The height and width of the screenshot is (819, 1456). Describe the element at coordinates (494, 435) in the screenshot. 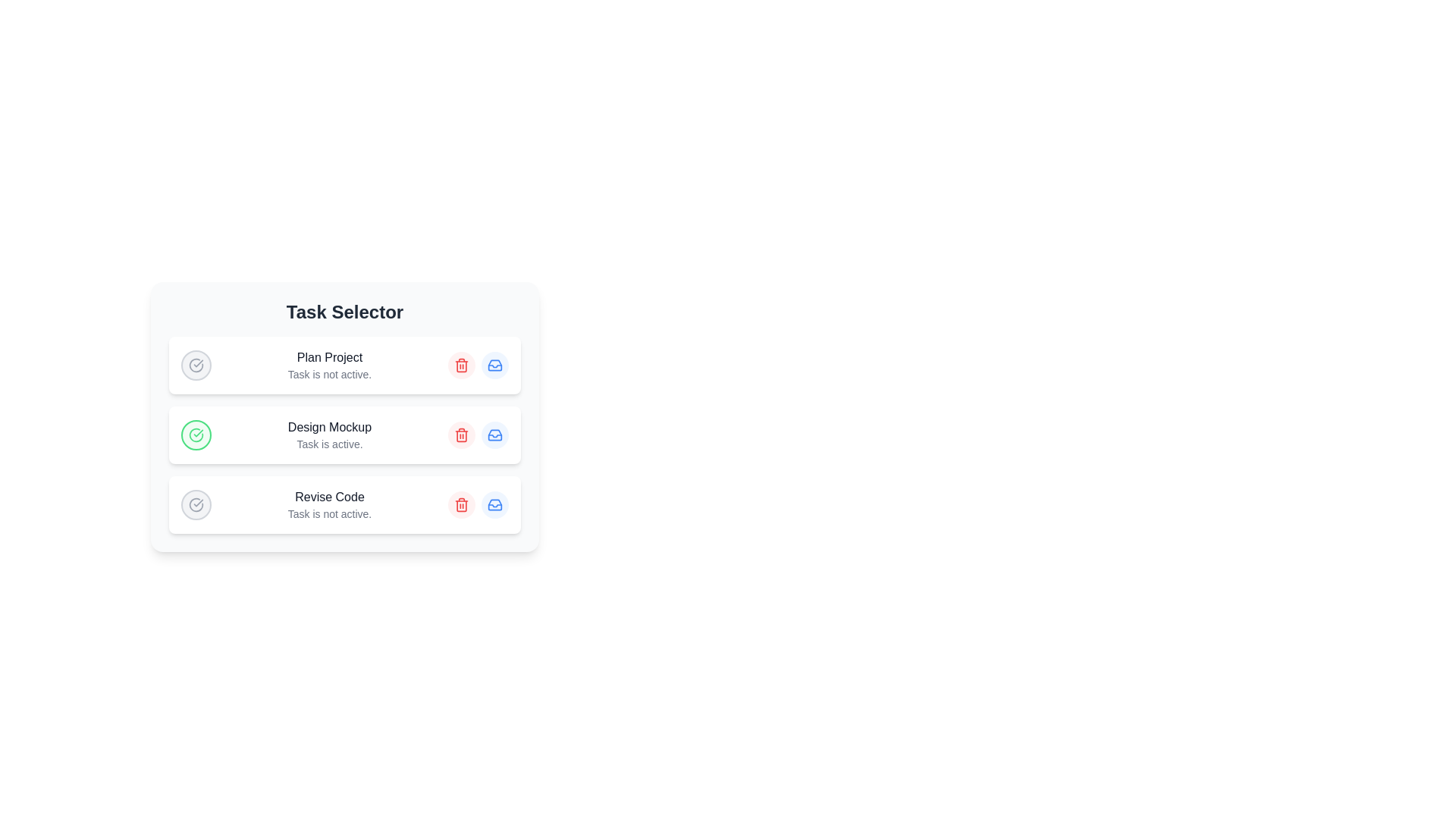

I see `the icon representing the 'Design Mockup' task located in the 'Task Selector' panel` at that location.